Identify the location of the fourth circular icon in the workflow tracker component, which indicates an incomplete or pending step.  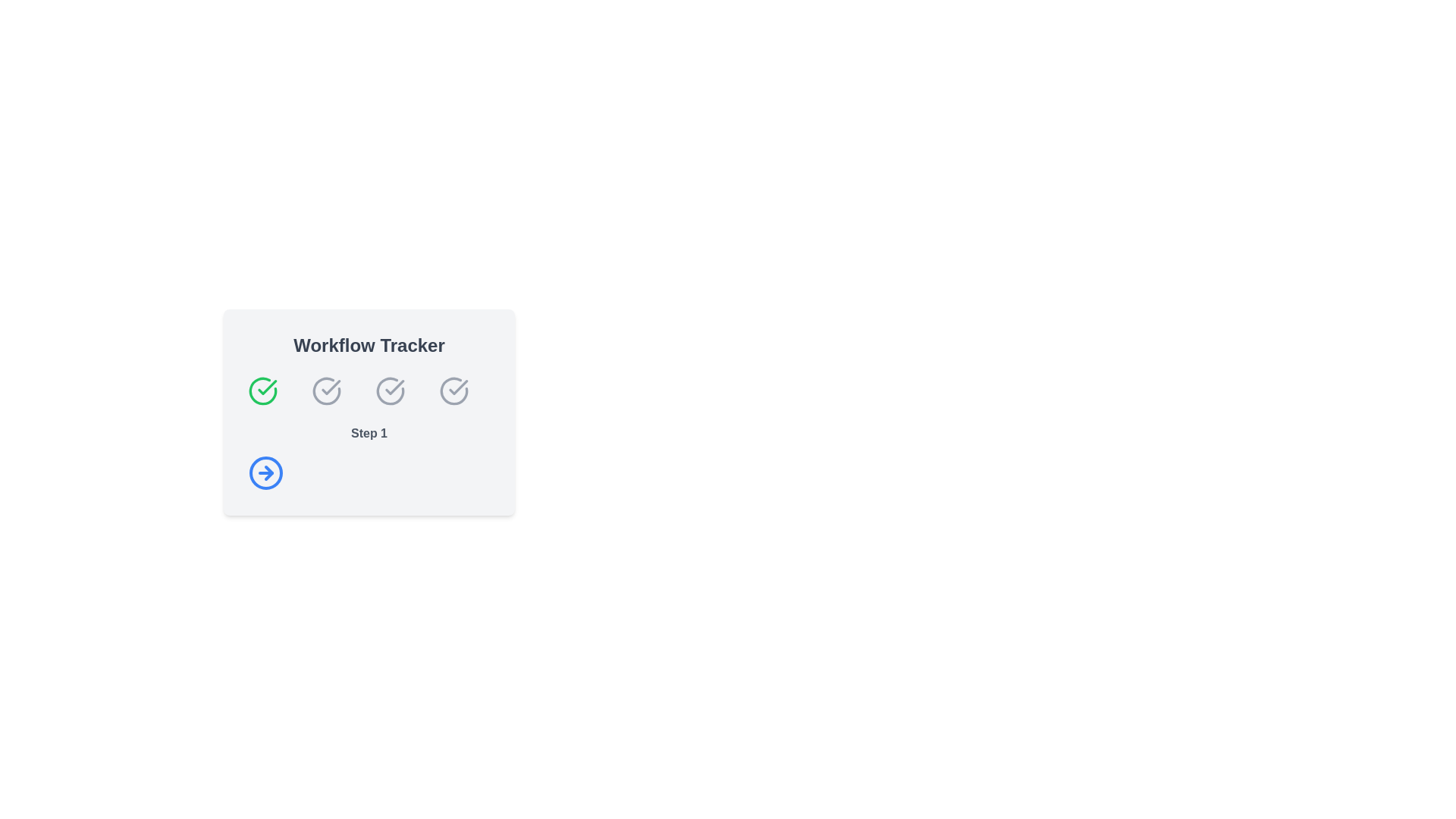
(453, 391).